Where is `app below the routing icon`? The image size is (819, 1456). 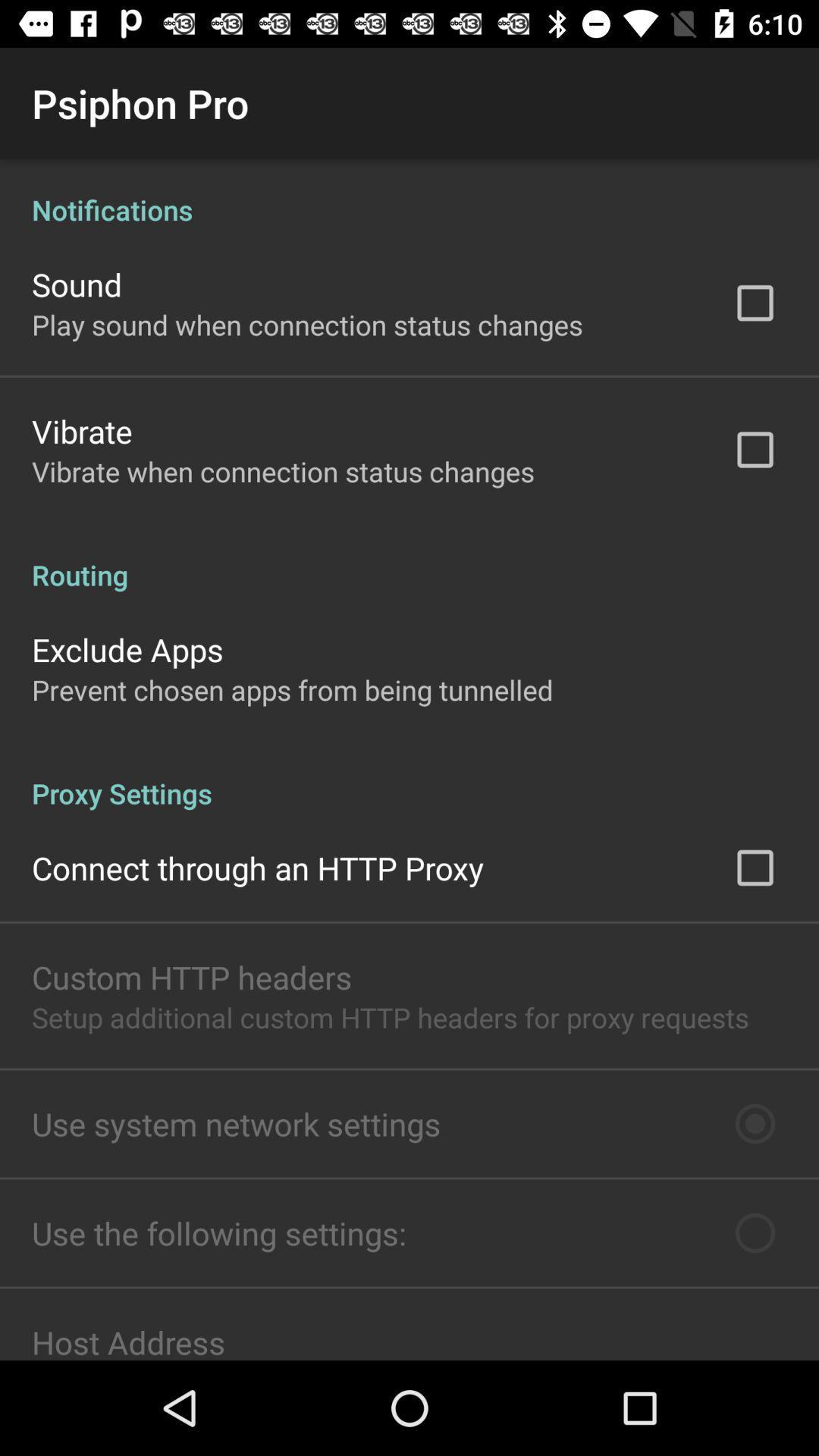
app below the routing icon is located at coordinates (127, 649).